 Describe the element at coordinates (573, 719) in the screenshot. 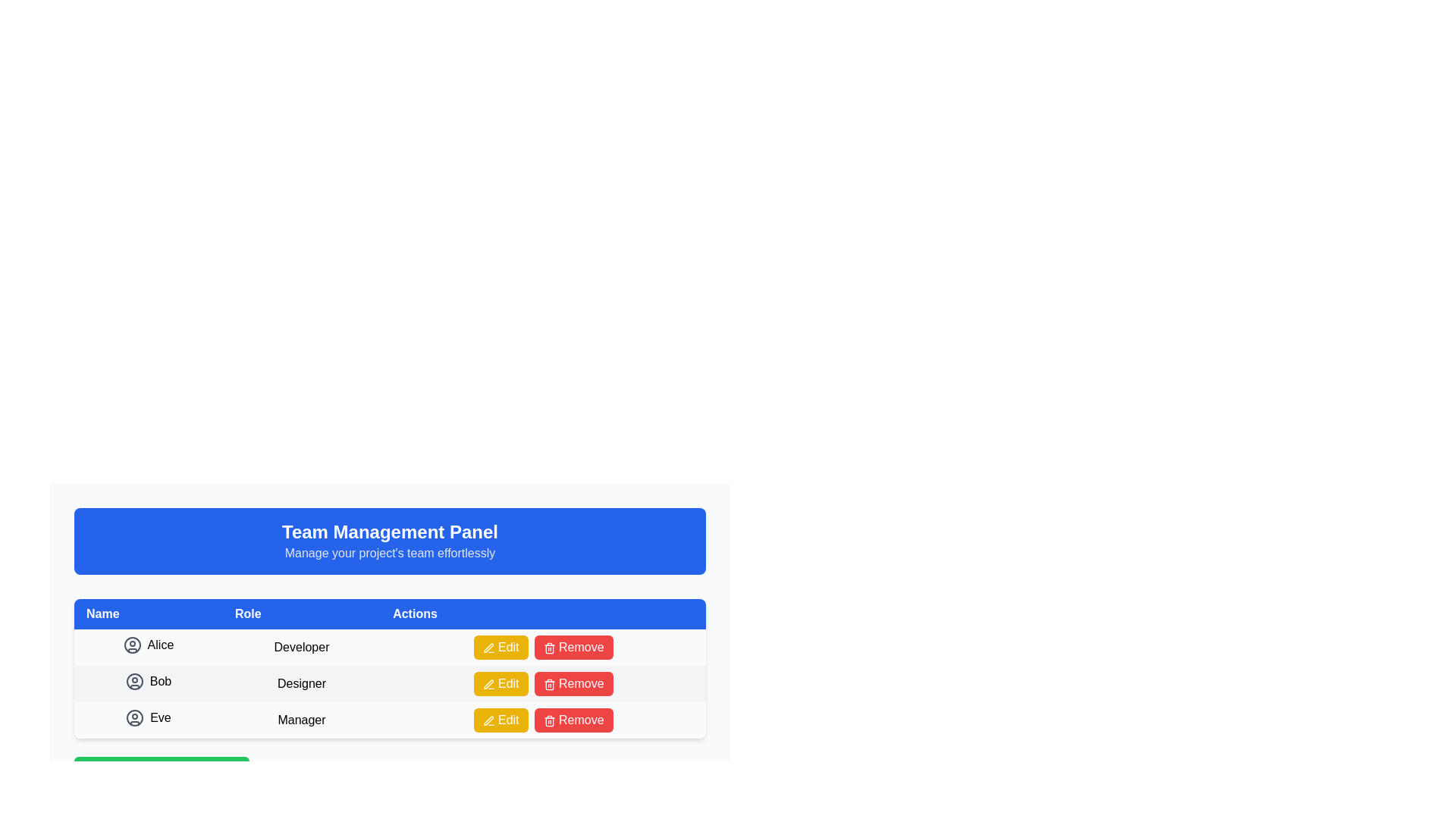

I see `the red 'Remove' button with white text and a trash icon, located in the third row under the 'Actions' column of the table` at that location.